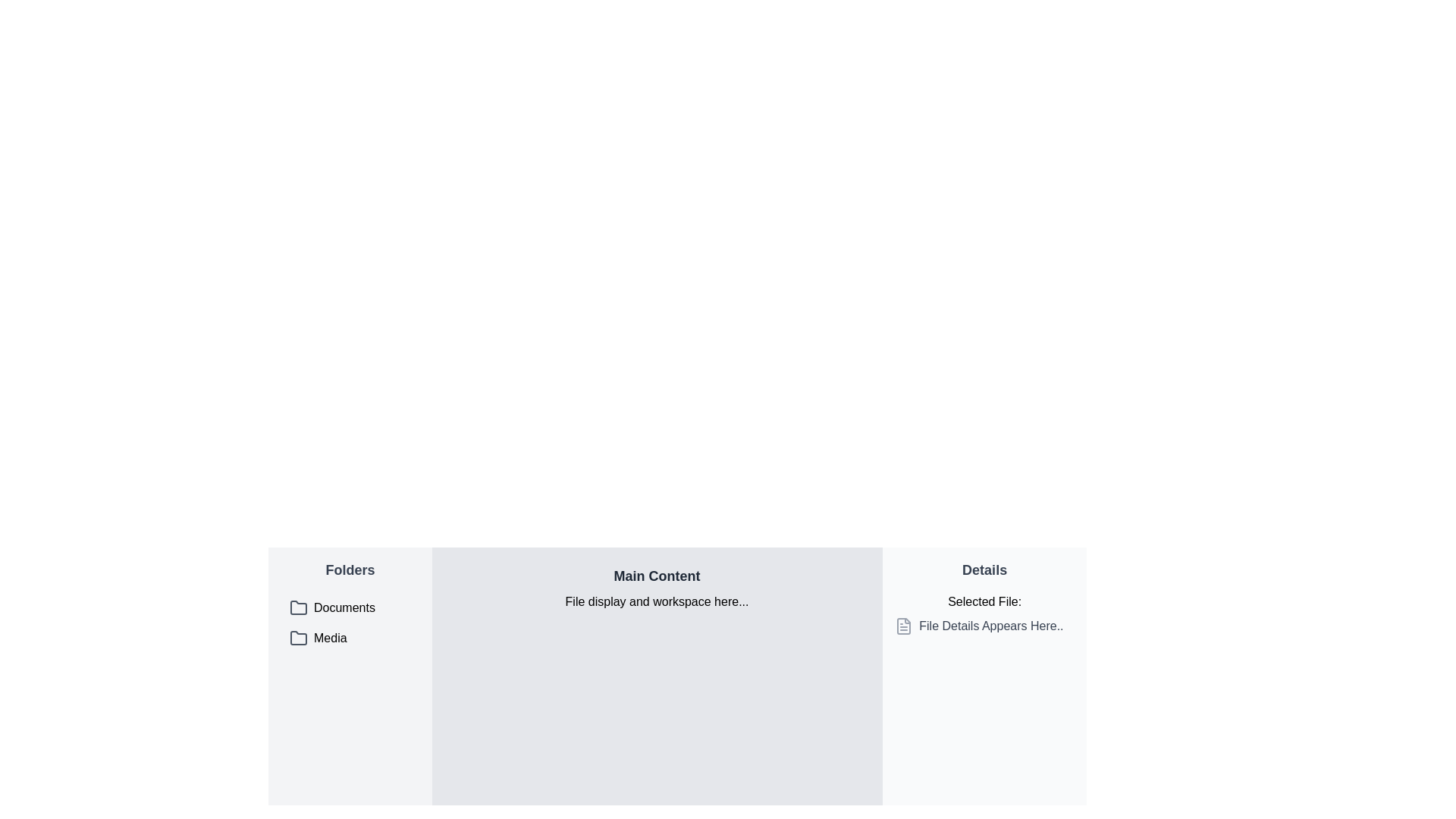 The image size is (1456, 819). What do you see at coordinates (298, 637) in the screenshot?
I see `the folder icon representing 'Media' located in the list view under the 'Folders' section` at bounding box center [298, 637].